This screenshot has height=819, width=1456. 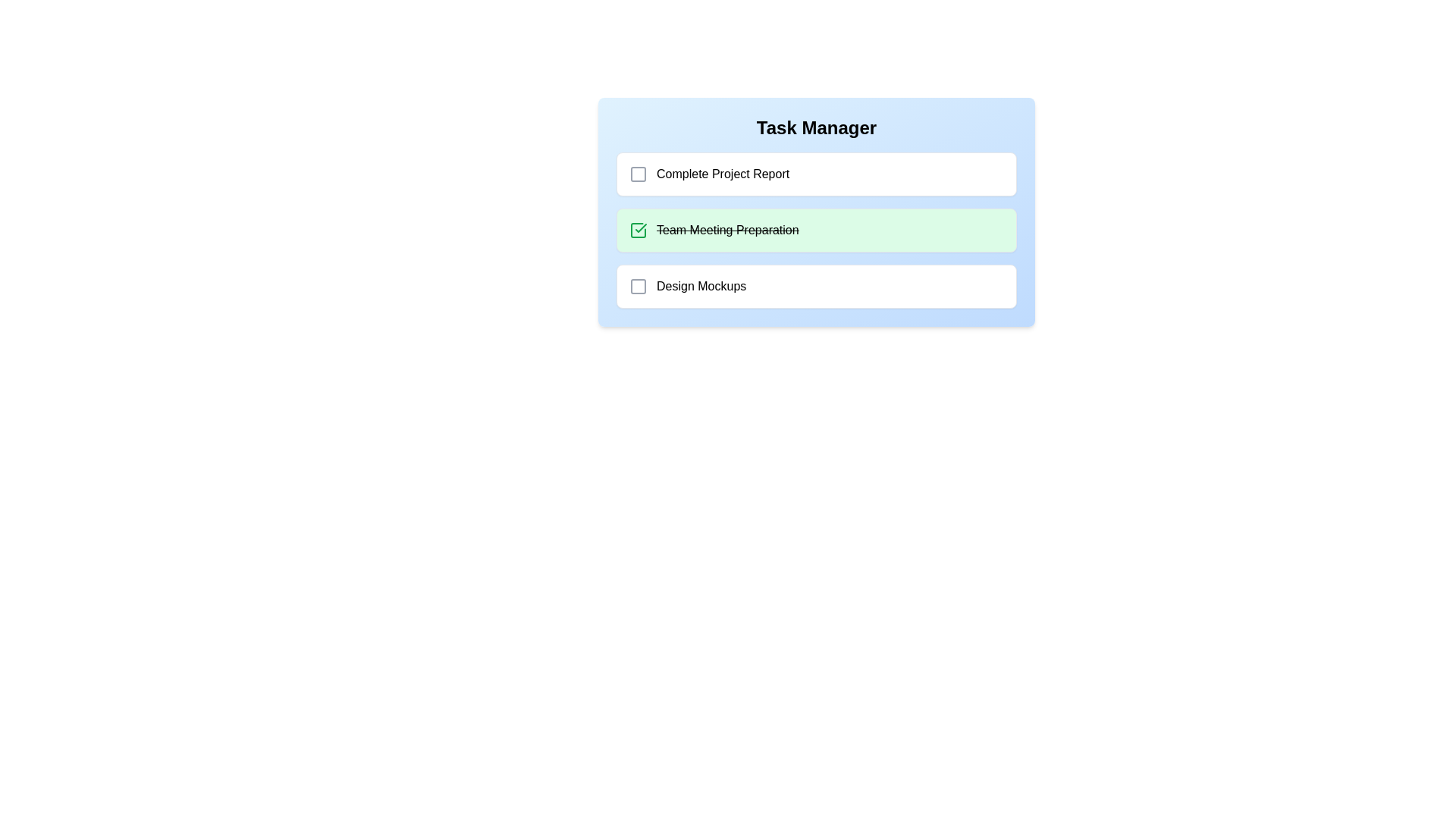 I want to click on the checkbox icon representing the task 'Design Mockups' to interact with it, so click(x=638, y=287).